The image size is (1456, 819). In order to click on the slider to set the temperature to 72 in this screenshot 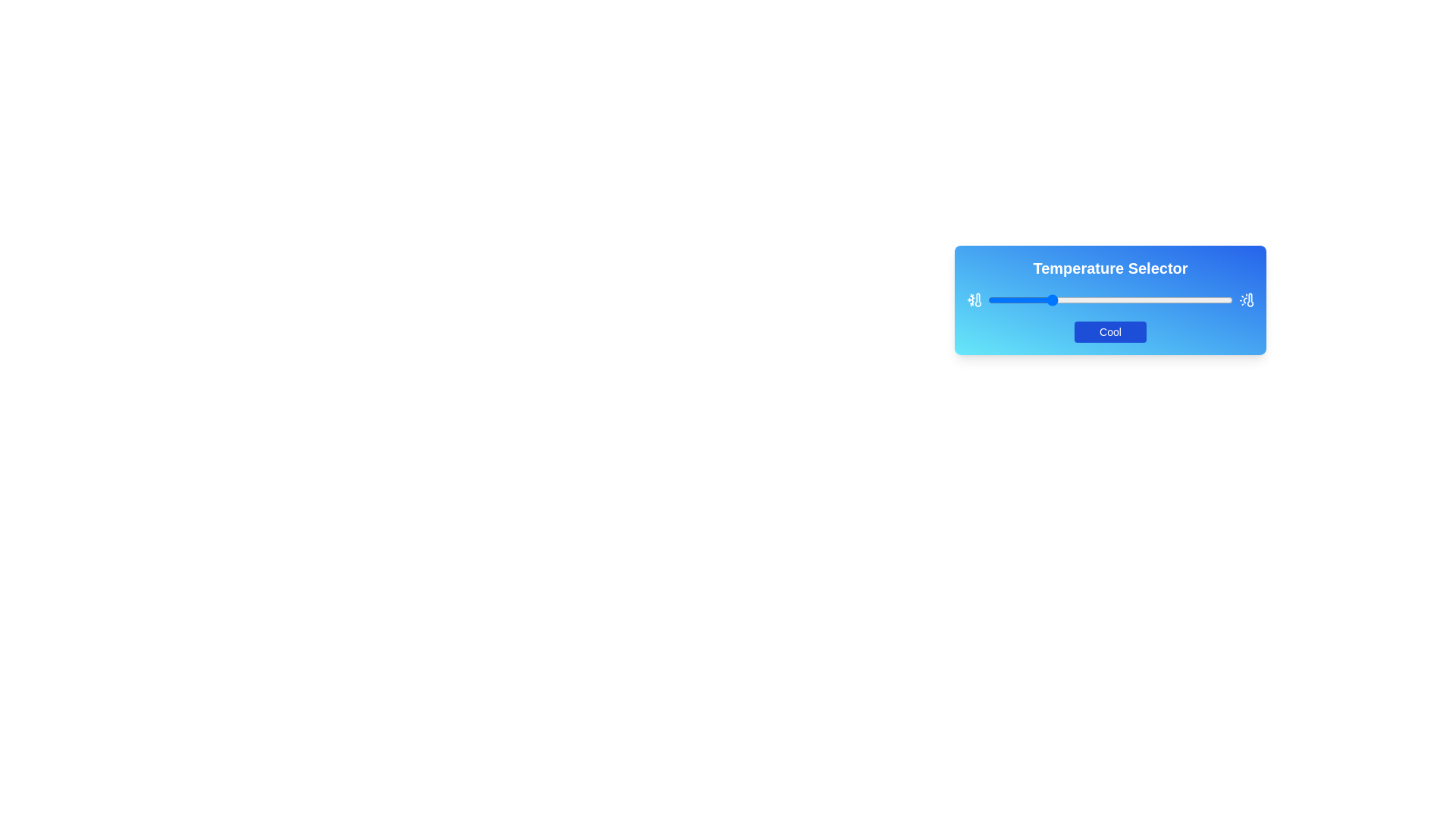, I will do `click(1163, 300)`.